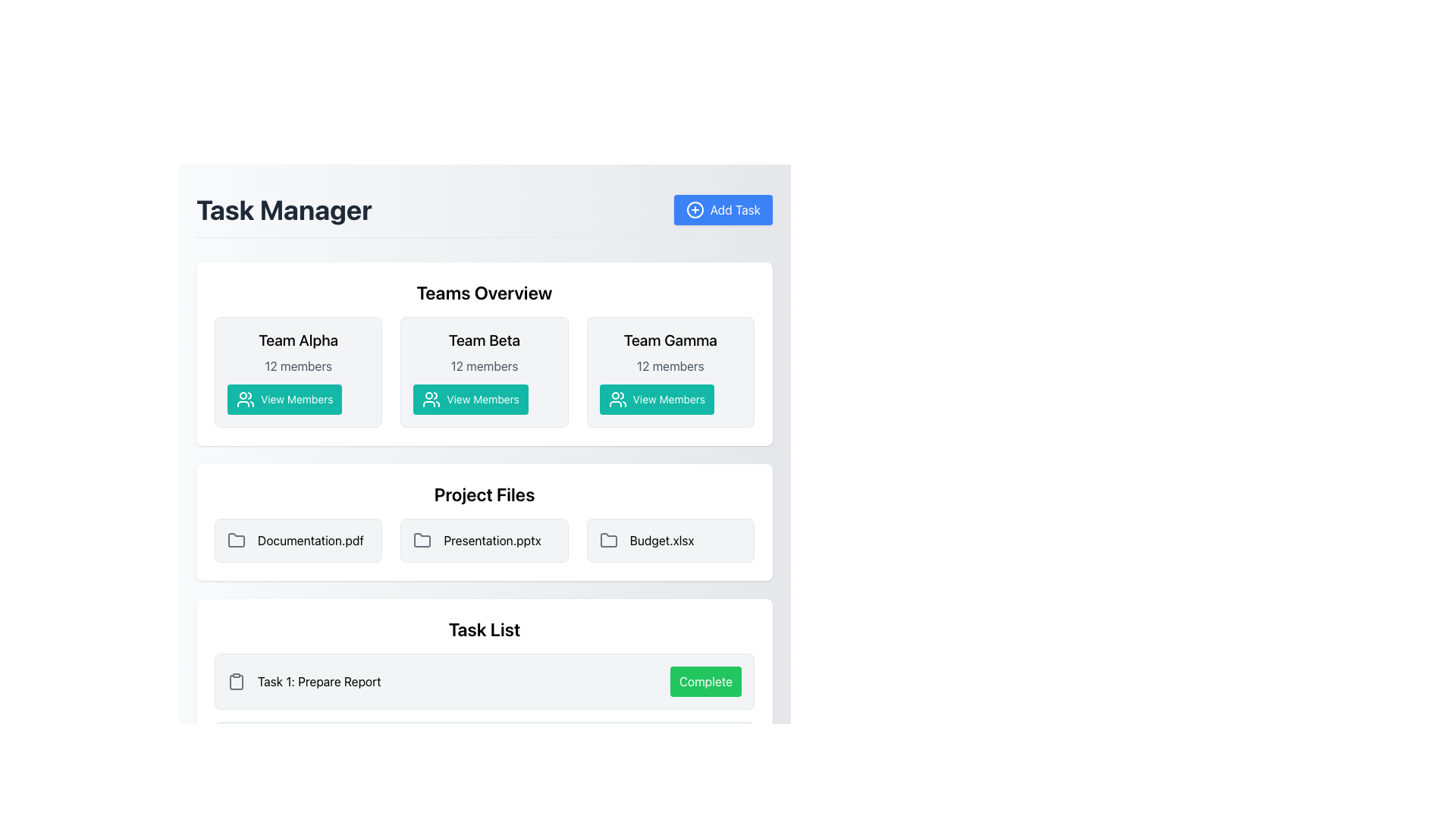 The height and width of the screenshot is (819, 1456). Describe the element at coordinates (483, 494) in the screenshot. I see `the header text indicating the section listing project-related documents or files, which is centrally aligned under the 'Teams Overview' section` at that location.